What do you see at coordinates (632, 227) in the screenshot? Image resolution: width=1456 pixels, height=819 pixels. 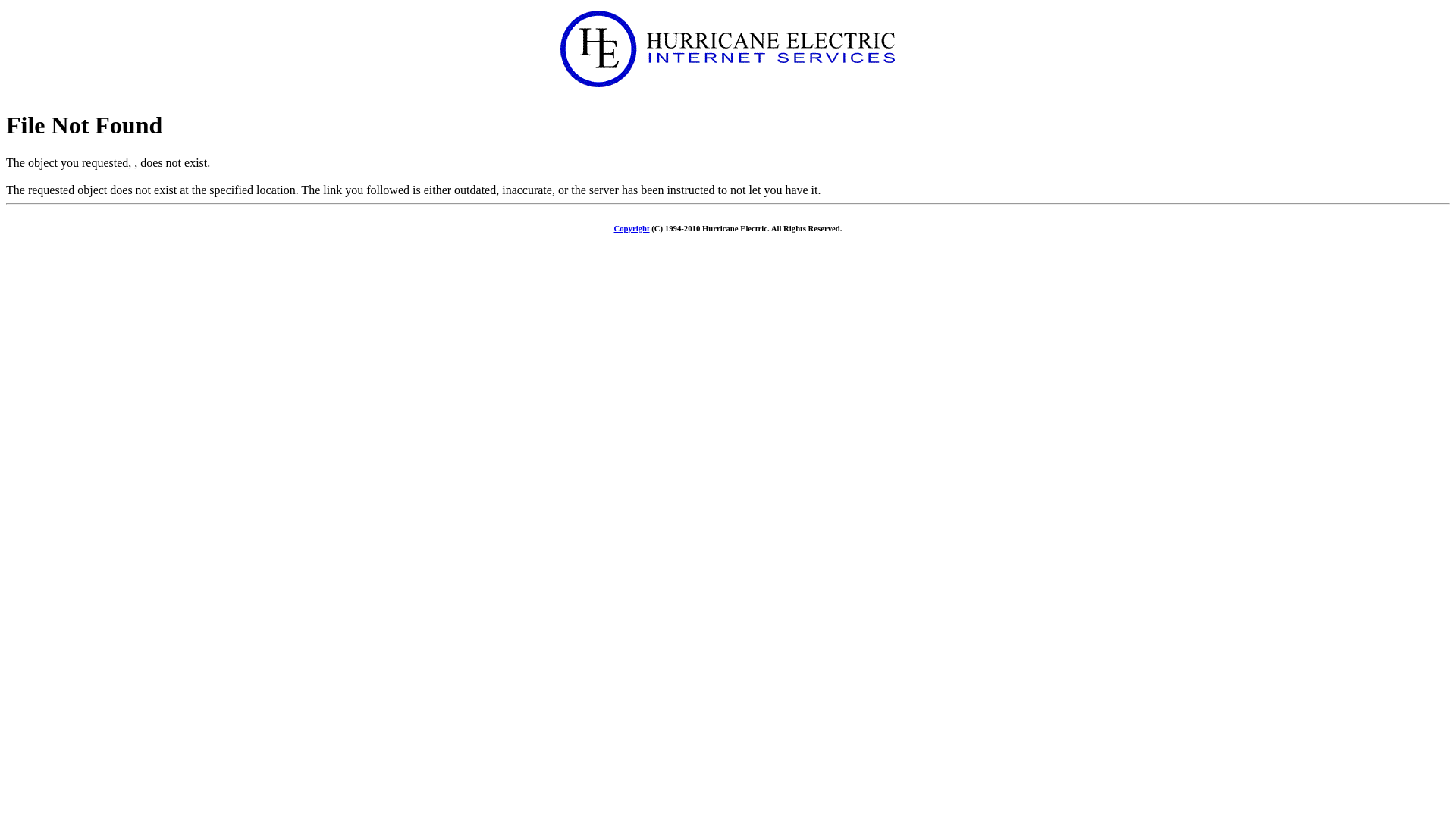 I see `'Copyright'` at bounding box center [632, 227].